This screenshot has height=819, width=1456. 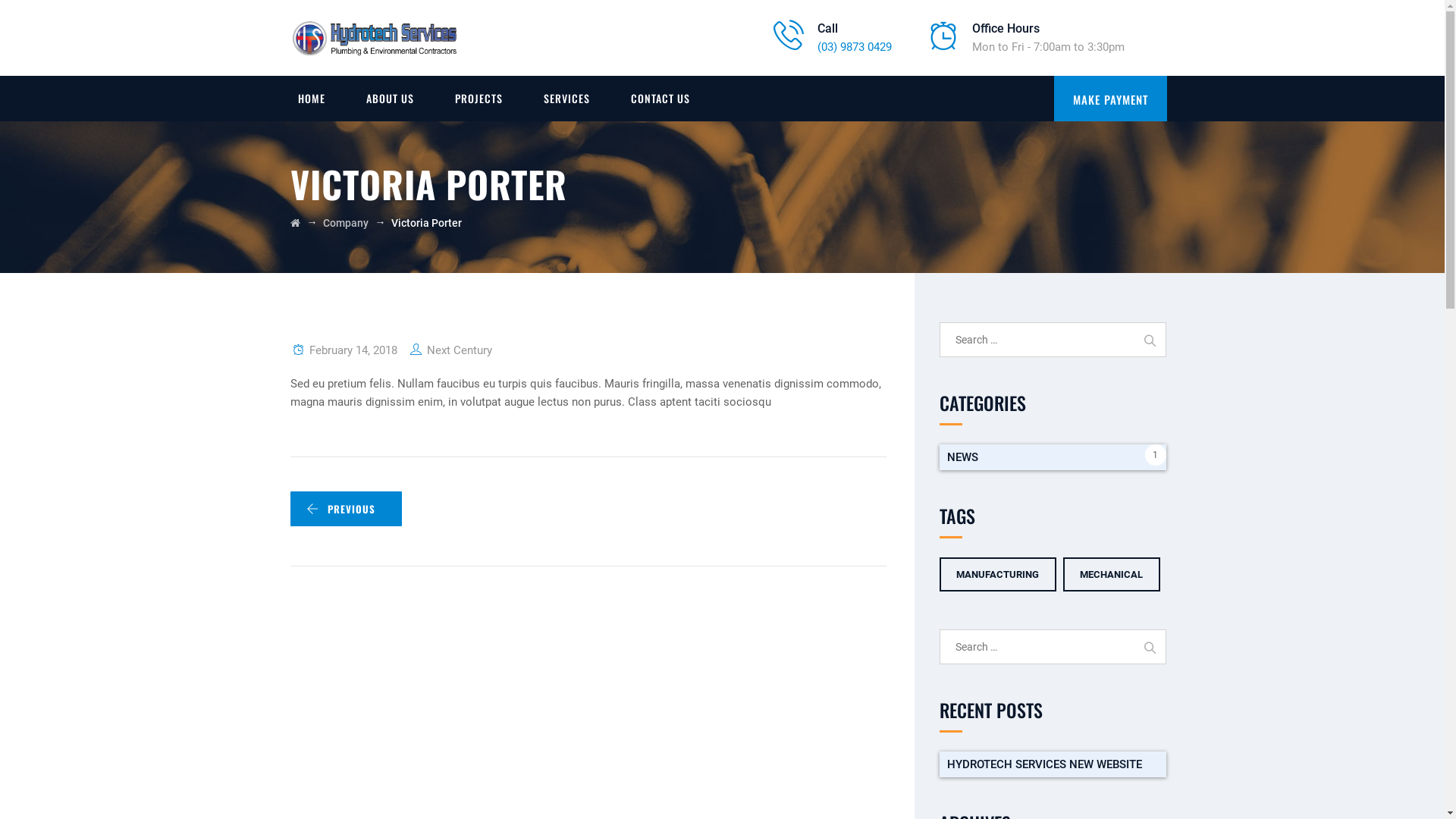 I want to click on 'Search', so click(x=1149, y=646).